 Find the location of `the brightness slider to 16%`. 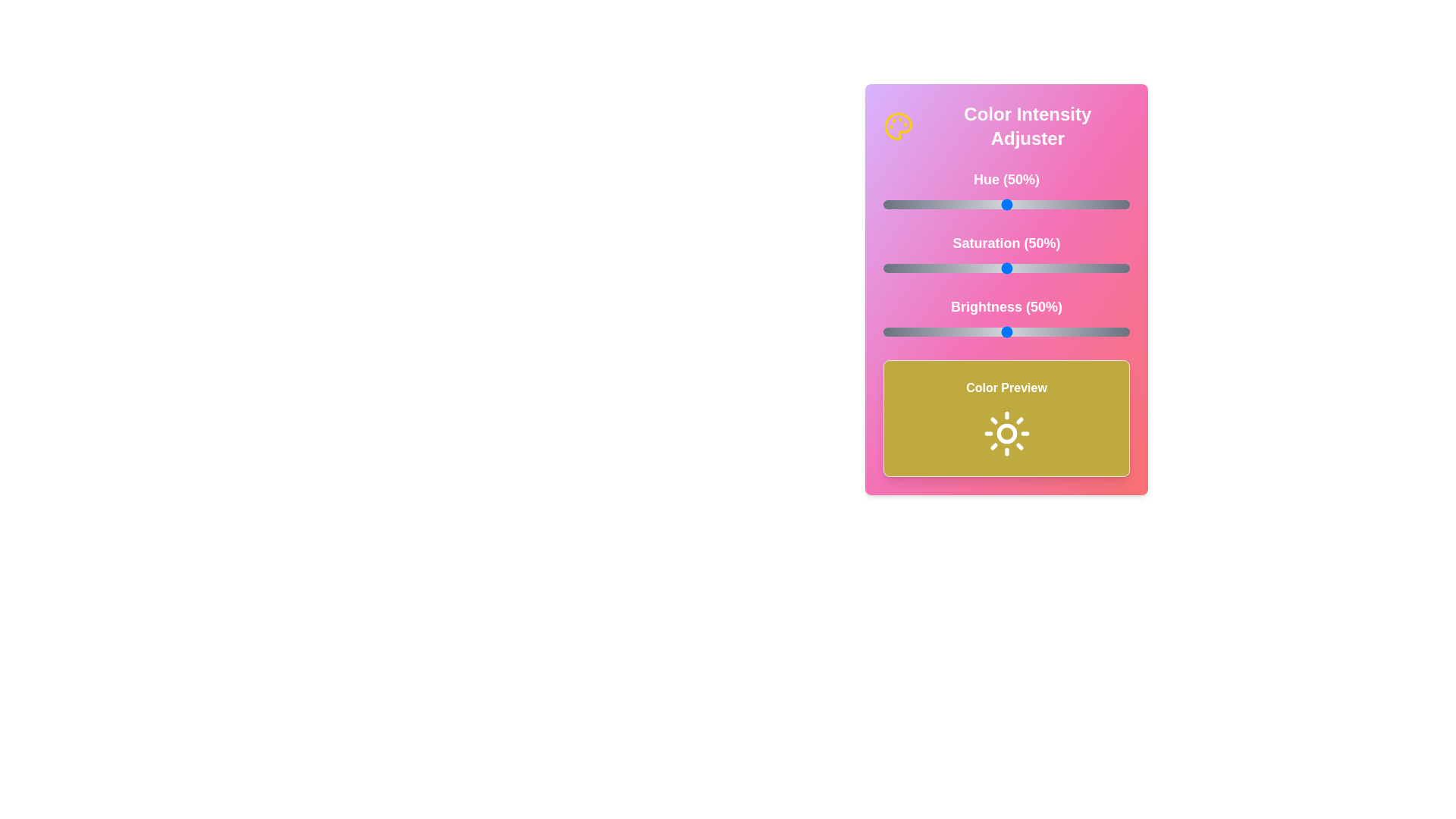

the brightness slider to 16% is located at coordinates (922, 331).